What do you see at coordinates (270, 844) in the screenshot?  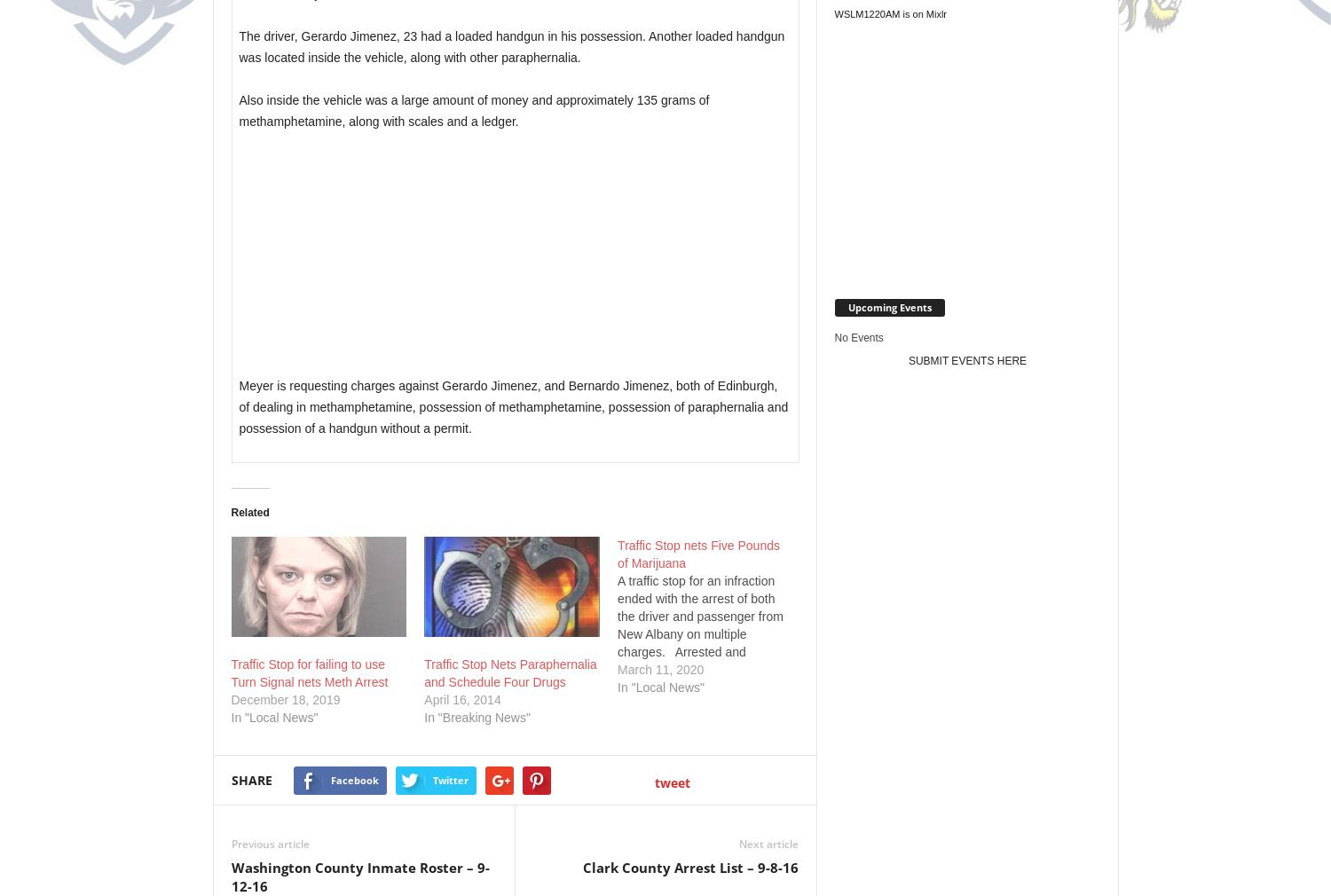 I see `'Previous article'` at bounding box center [270, 844].